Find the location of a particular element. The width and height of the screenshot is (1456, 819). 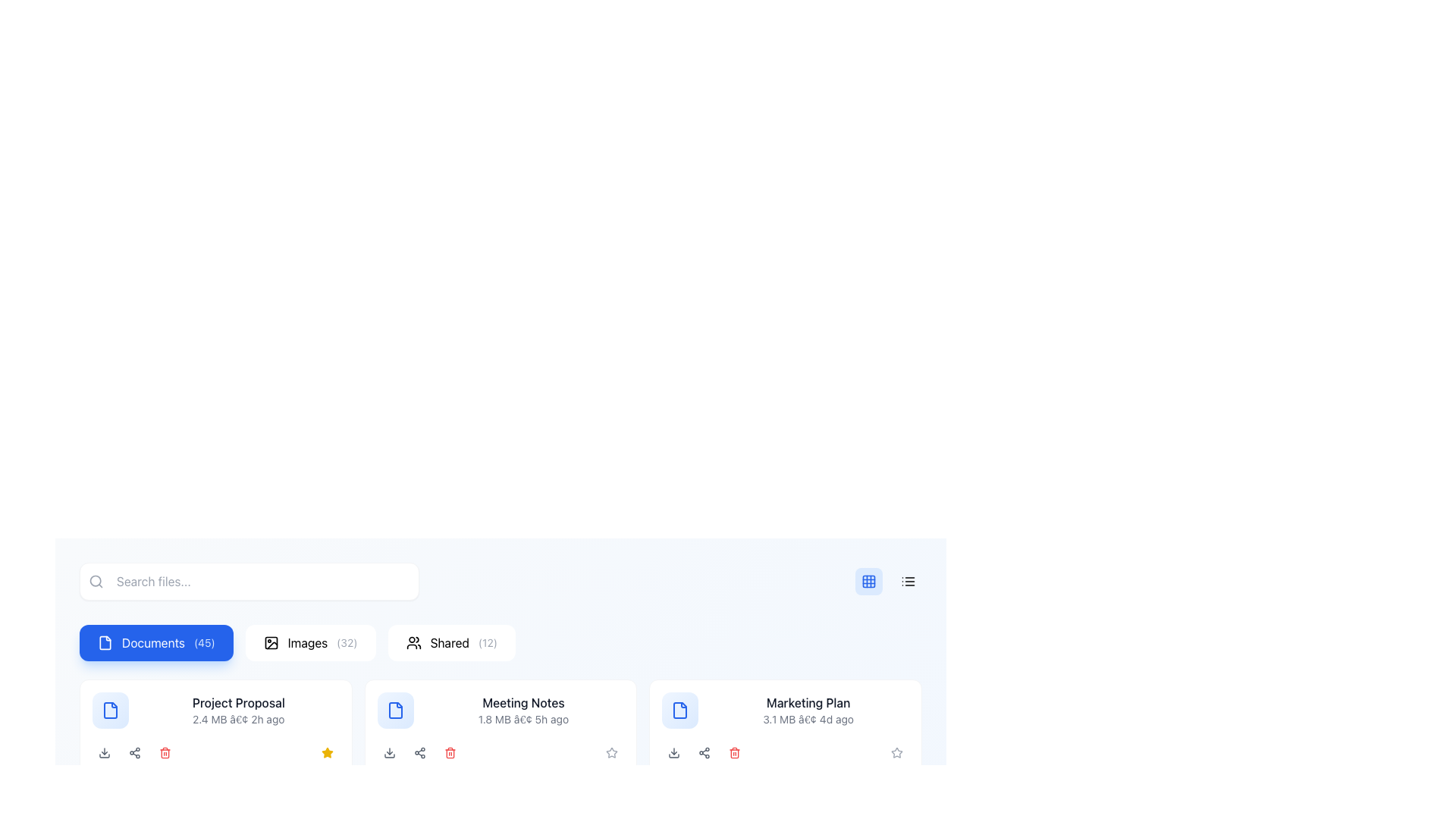

the share symbol icon, which is the third icon in the file actions section for 'Marketing Plan' is located at coordinates (704, 752).